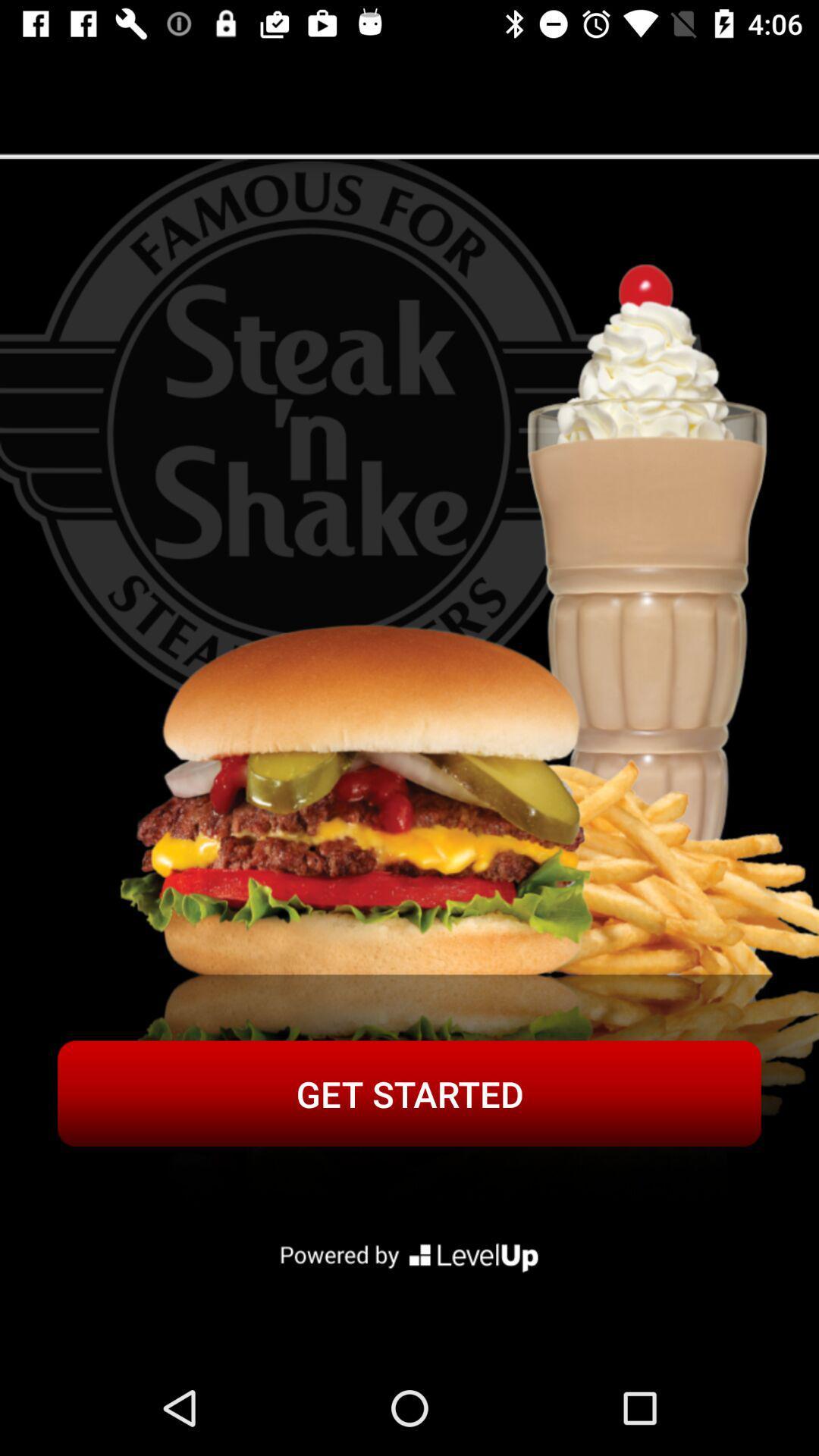 The width and height of the screenshot is (819, 1456). Describe the element at coordinates (409, 1094) in the screenshot. I see `the get started item` at that location.